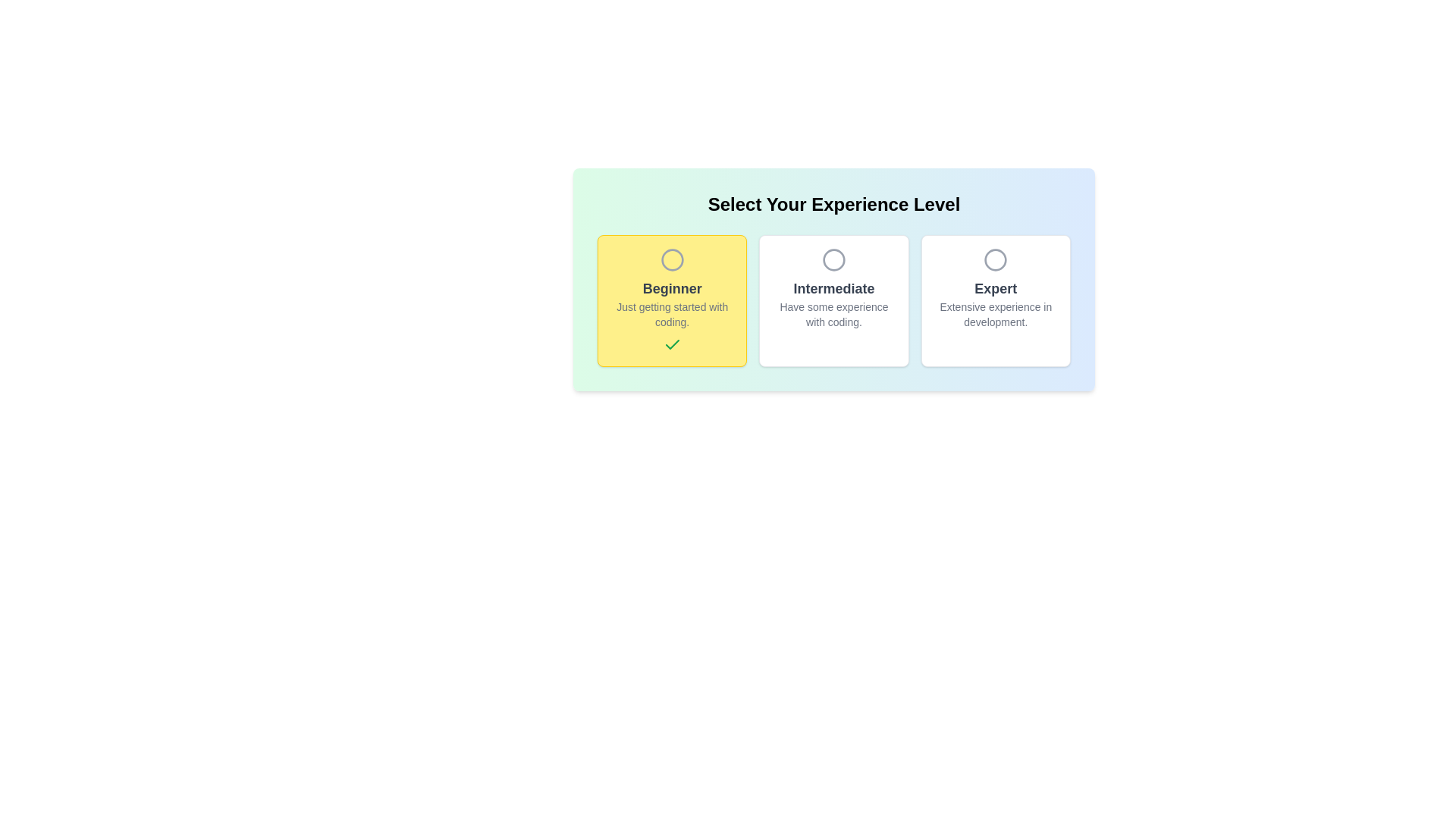 This screenshot has width=1456, height=819. Describe the element at coordinates (671, 259) in the screenshot. I see `the circular icon representing the initial state of the 'Beginner' selection located in the top-left corner of the 'Beginner' panel` at that location.